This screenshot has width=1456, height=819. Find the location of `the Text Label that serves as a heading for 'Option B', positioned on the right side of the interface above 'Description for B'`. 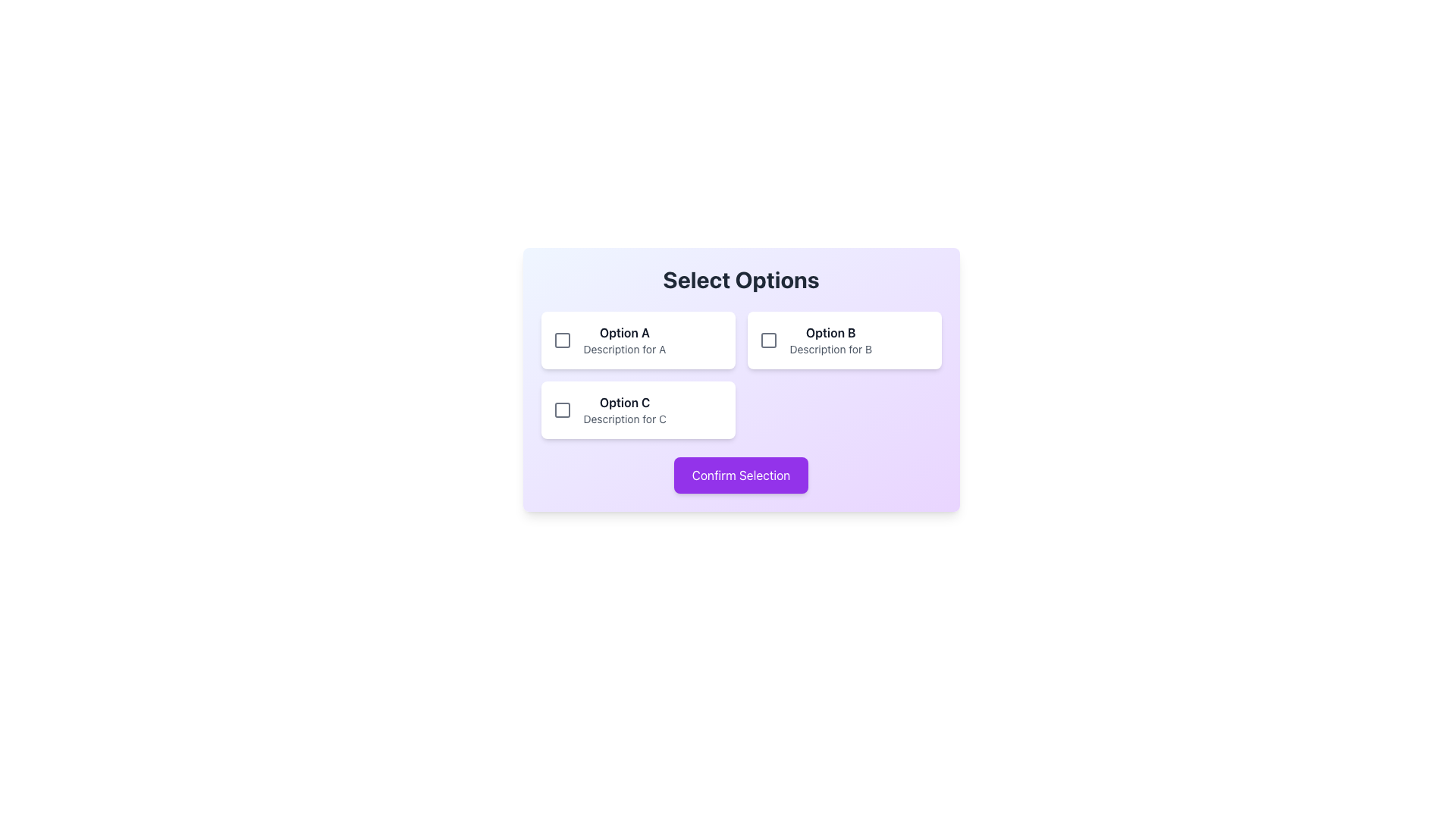

the Text Label that serves as a heading for 'Option B', positioned on the right side of the interface above 'Description for B' is located at coordinates (830, 332).